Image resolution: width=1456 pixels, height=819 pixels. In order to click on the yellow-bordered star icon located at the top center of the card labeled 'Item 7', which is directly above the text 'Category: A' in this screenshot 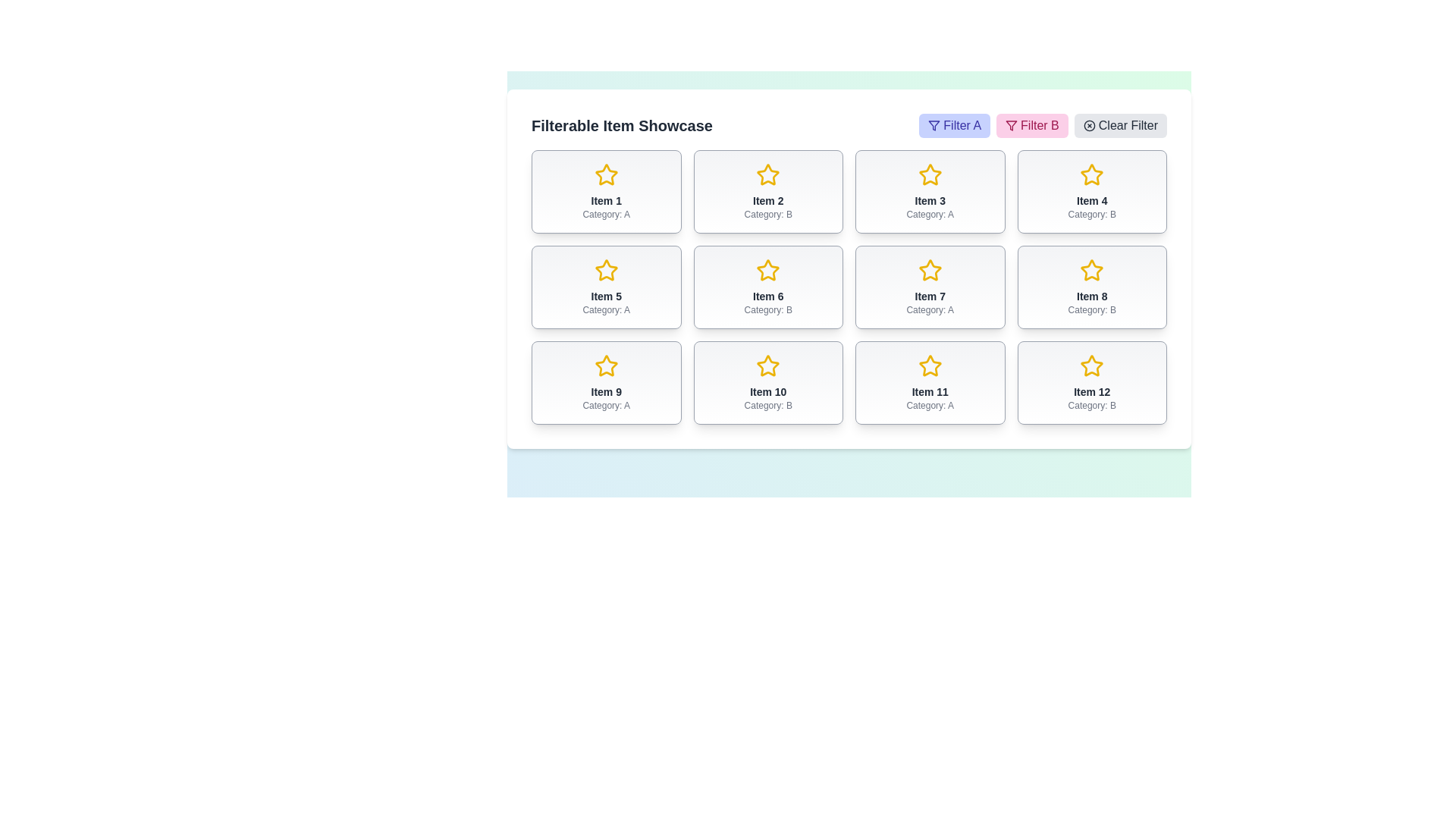, I will do `click(929, 270)`.